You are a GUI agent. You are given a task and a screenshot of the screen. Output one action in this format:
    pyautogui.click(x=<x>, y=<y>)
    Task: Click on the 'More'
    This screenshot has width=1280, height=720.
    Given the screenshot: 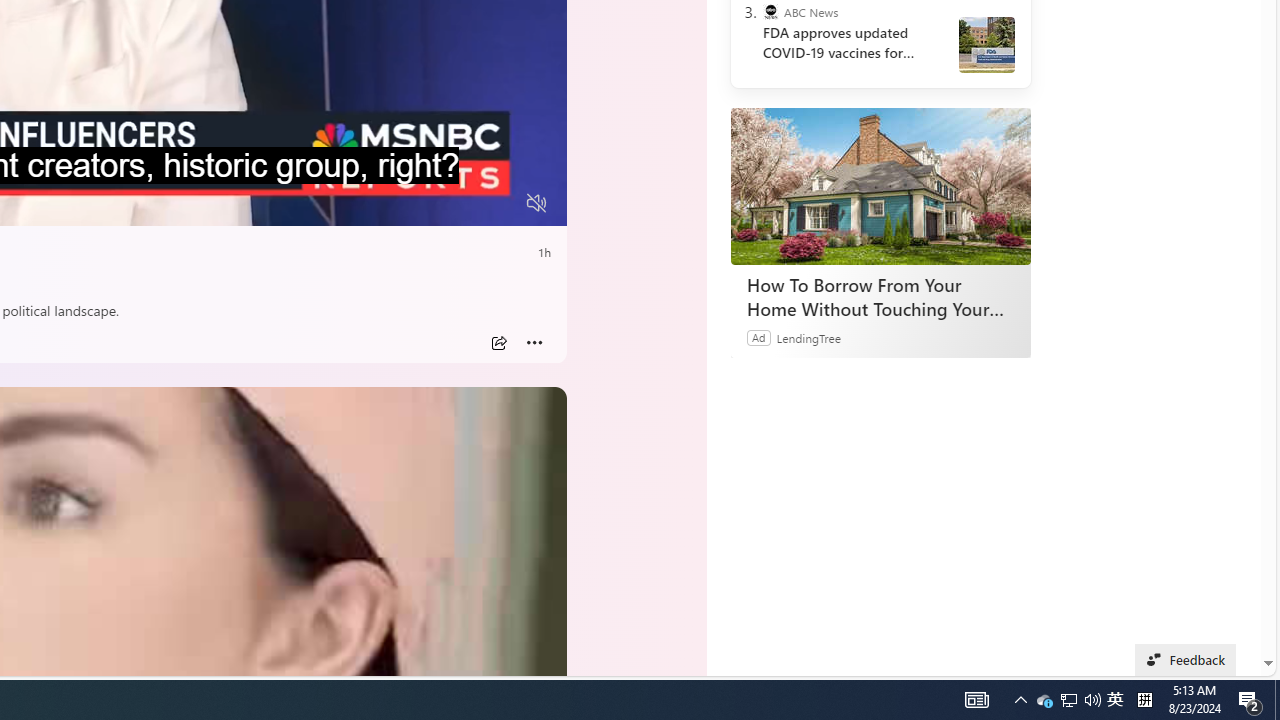 What is the action you would take?
    pyautogui.click(x=534, y=342)
    